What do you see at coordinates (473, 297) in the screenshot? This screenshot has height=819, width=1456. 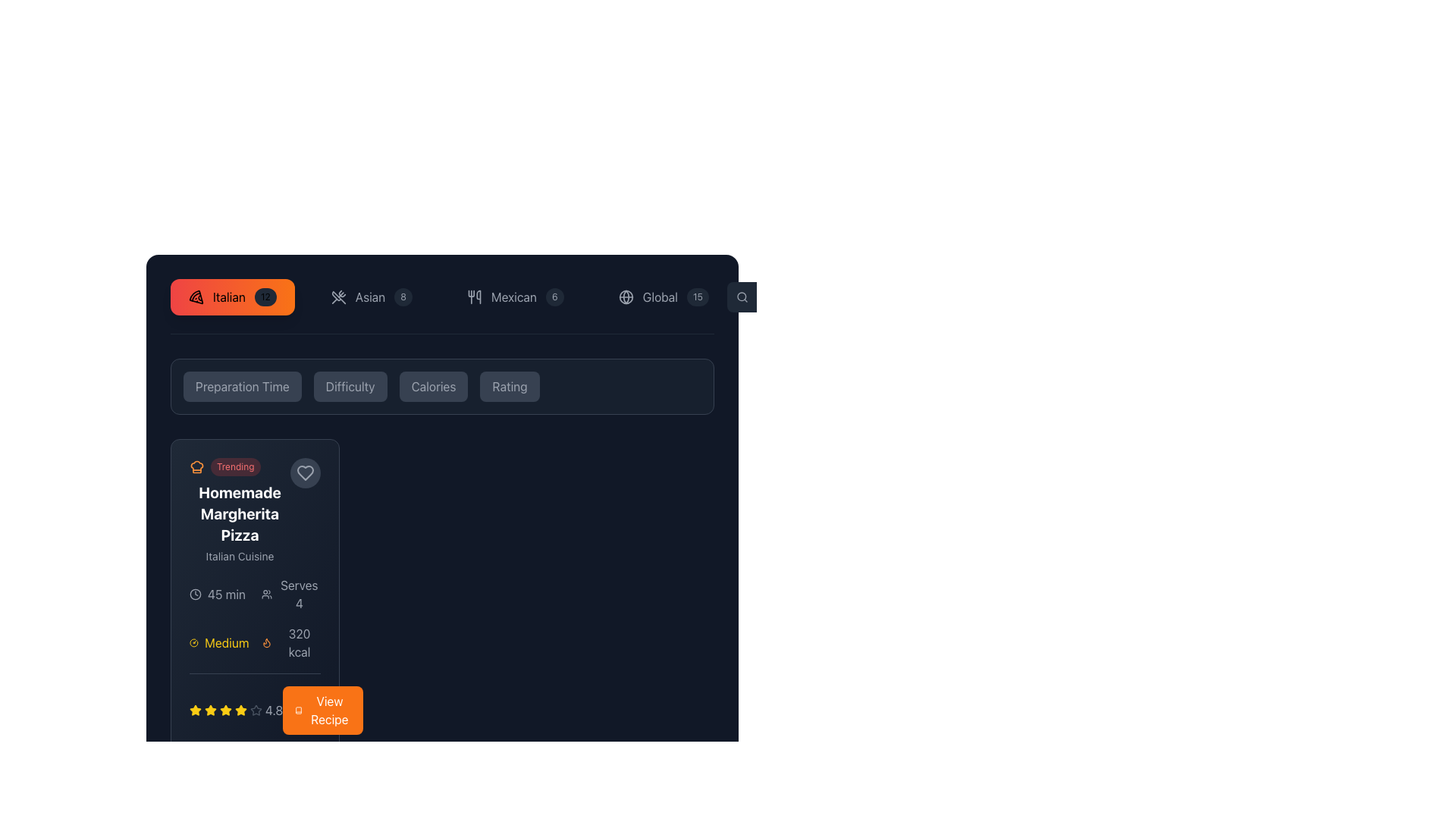 I see `the icon resembling a set of utensils (fork and spoon) located next to the text 'Mexican' in the category selection bar` at bounding box center [473, 297].